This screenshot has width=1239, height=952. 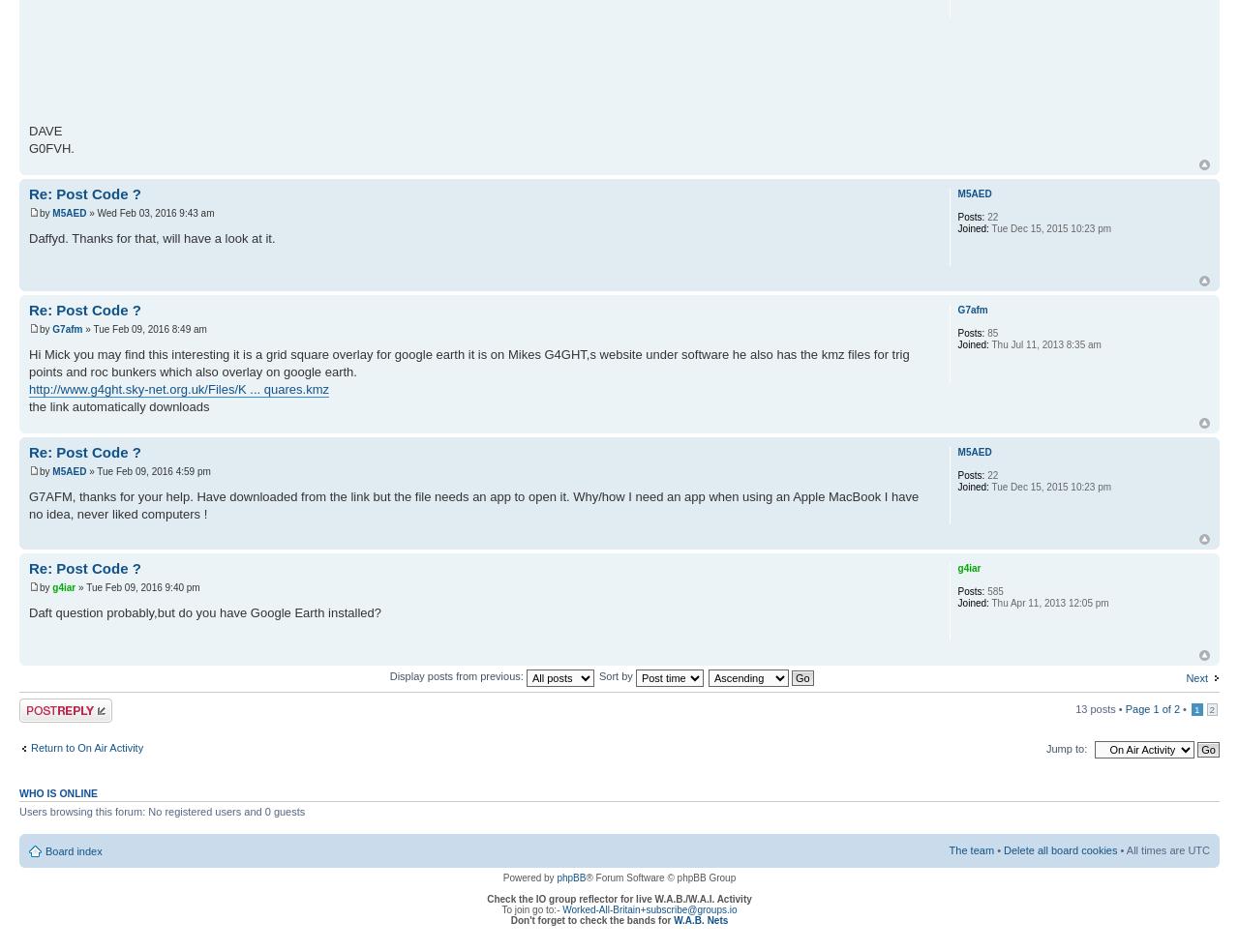 I want to click on 'phpBB', so click(x=569, y=878).